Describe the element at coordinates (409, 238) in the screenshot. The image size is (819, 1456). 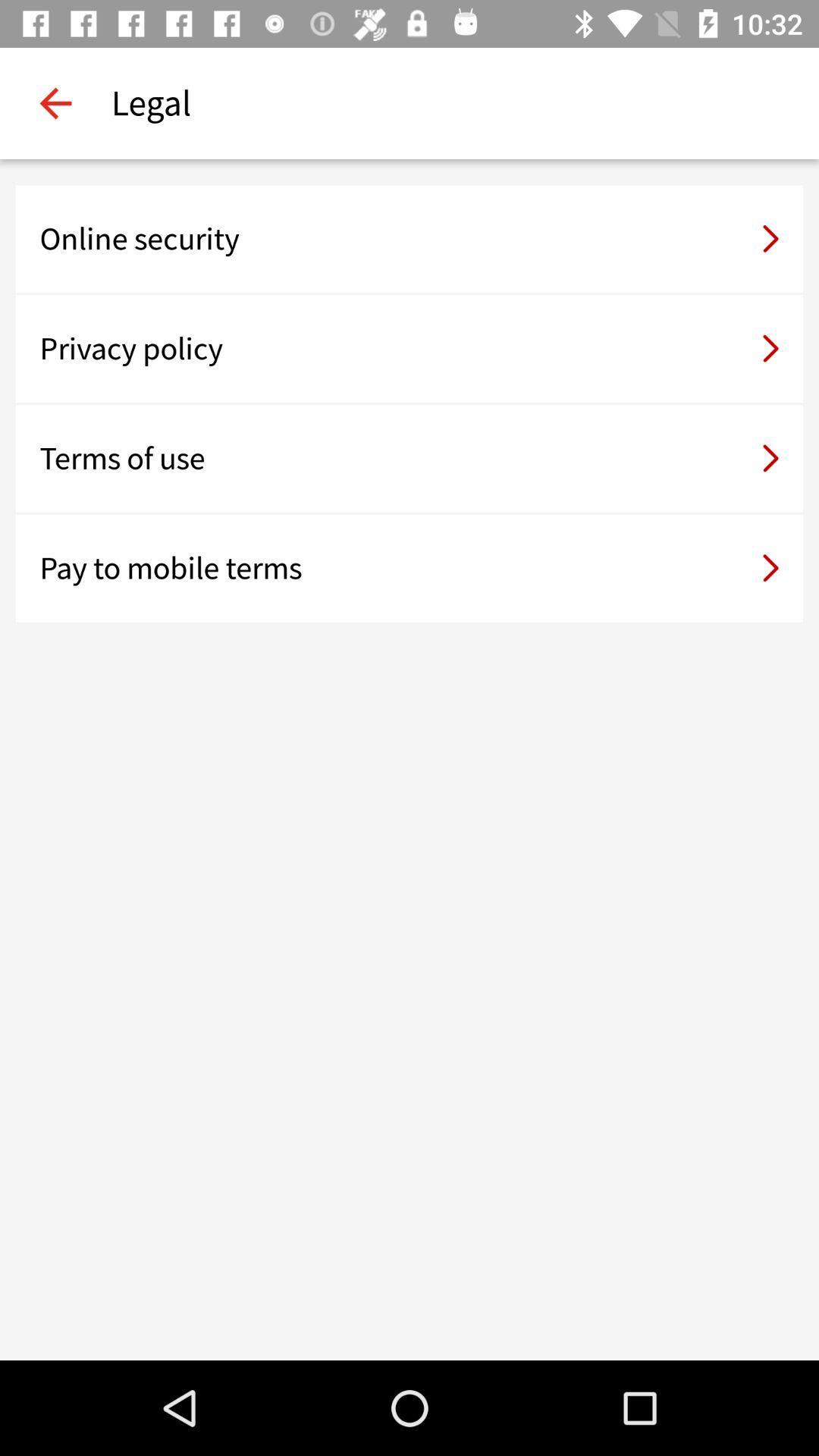
I see `icon above privacy policy` at that location.